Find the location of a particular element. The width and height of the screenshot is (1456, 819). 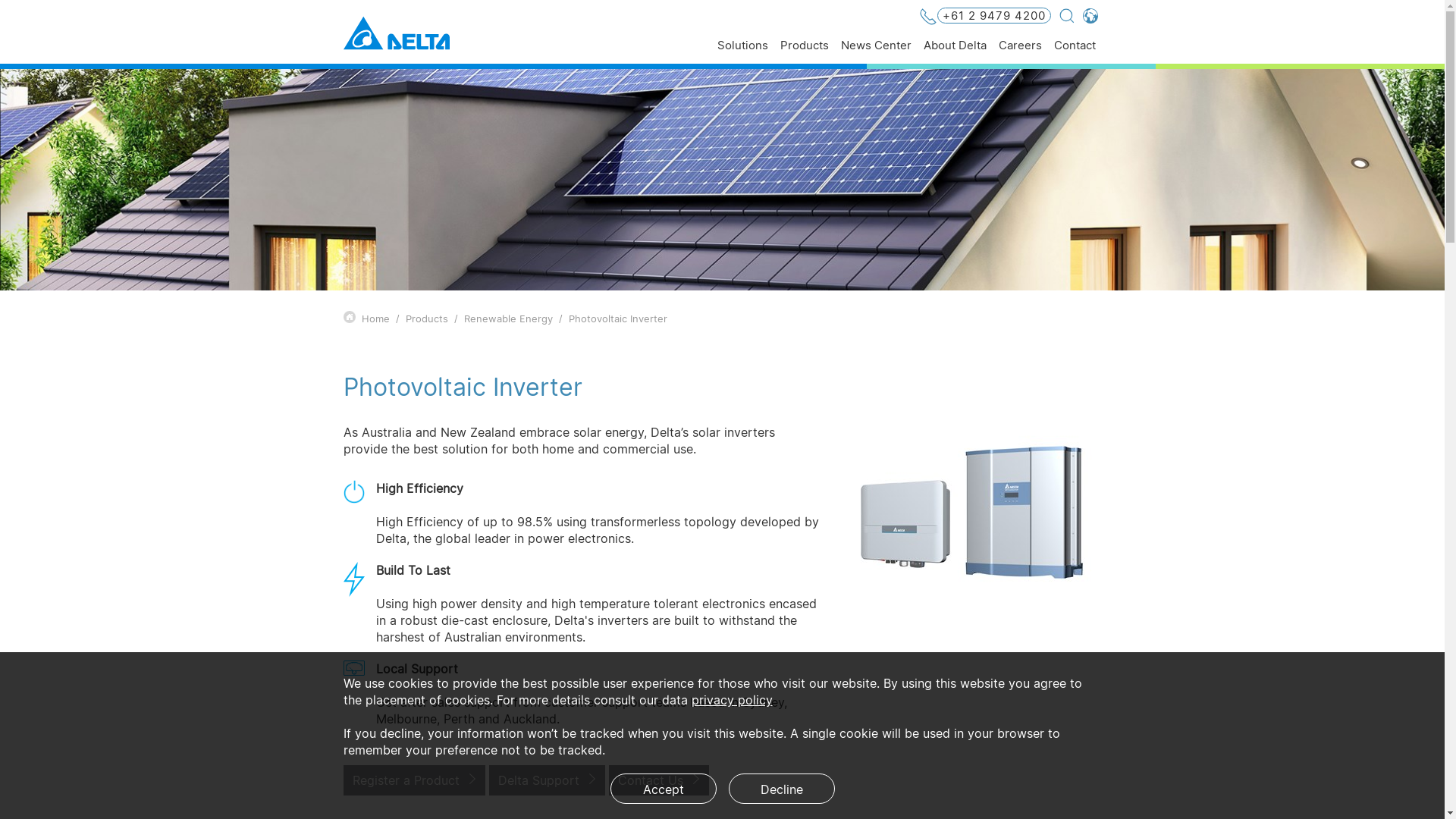

'Home' is located at coordinates (375, 318).